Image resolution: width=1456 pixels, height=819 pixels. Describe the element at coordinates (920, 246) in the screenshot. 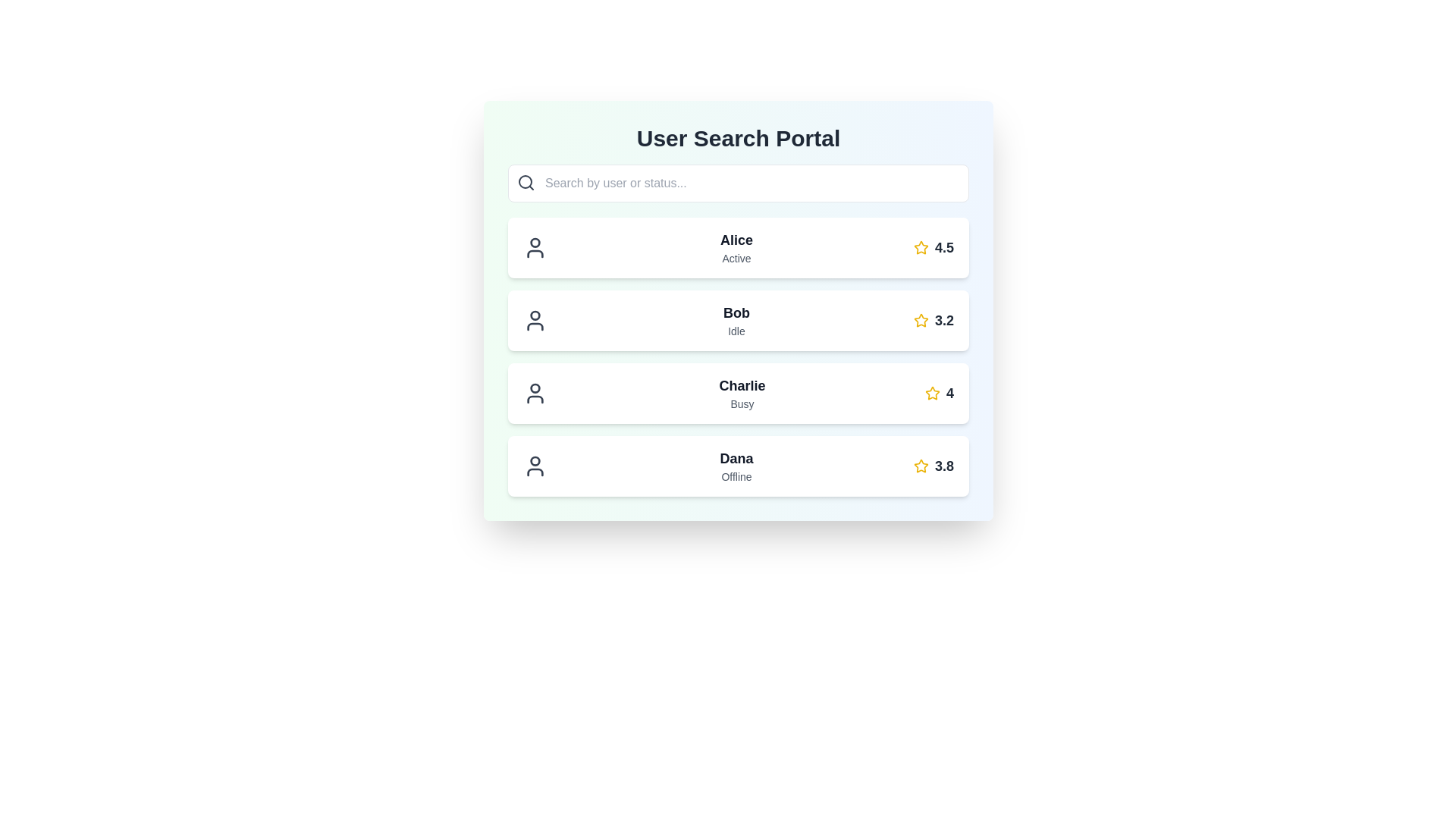

I see `the decorative star icon indicating the favorite status for the user 'Alice' in the rating indicator located on the far-right side of the entry` at that location.